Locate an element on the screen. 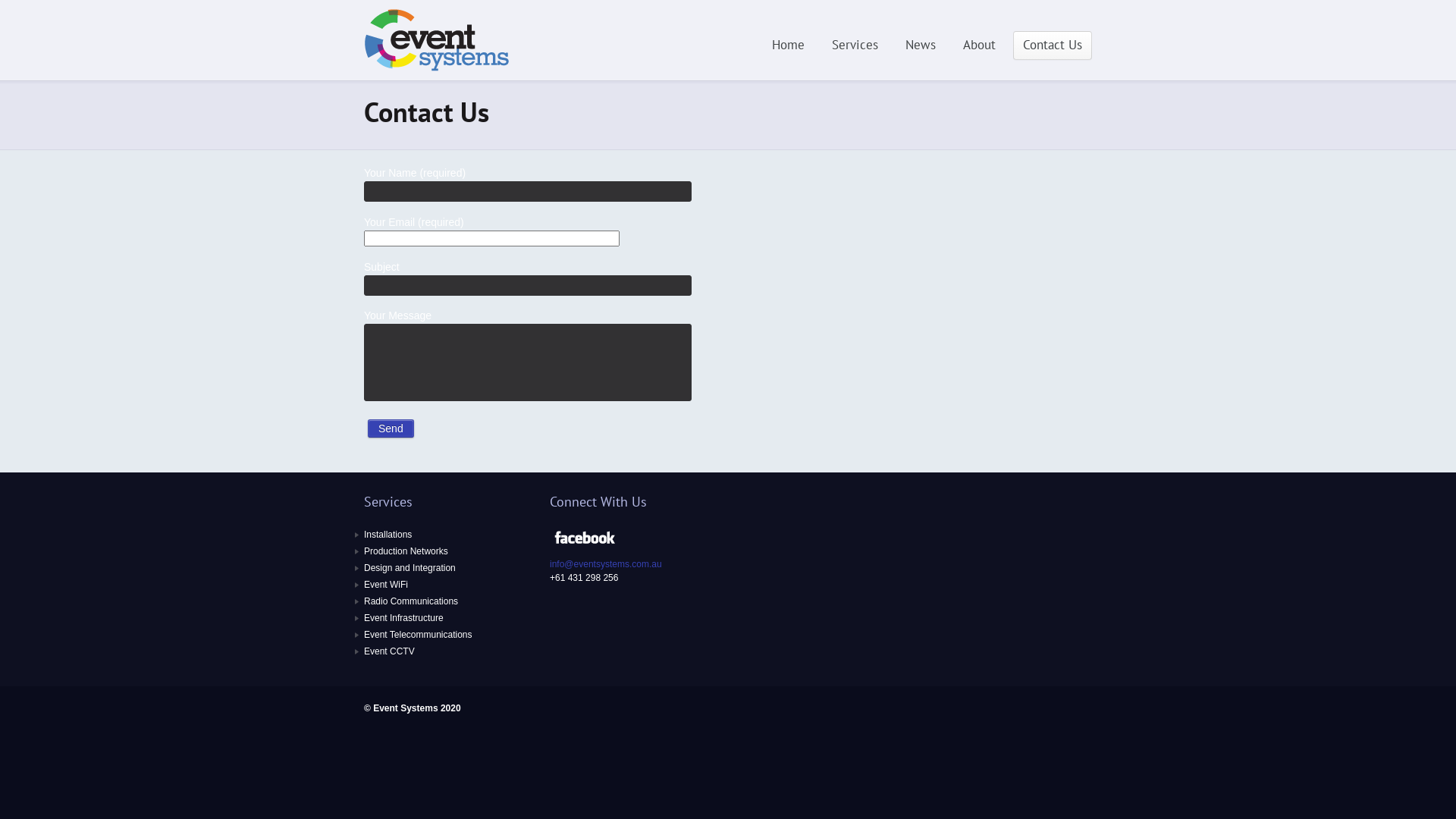 The height and width of the screenshot is (819, 1456). 'info@eventsystems.com.au' is located at coordinates (604, 564).